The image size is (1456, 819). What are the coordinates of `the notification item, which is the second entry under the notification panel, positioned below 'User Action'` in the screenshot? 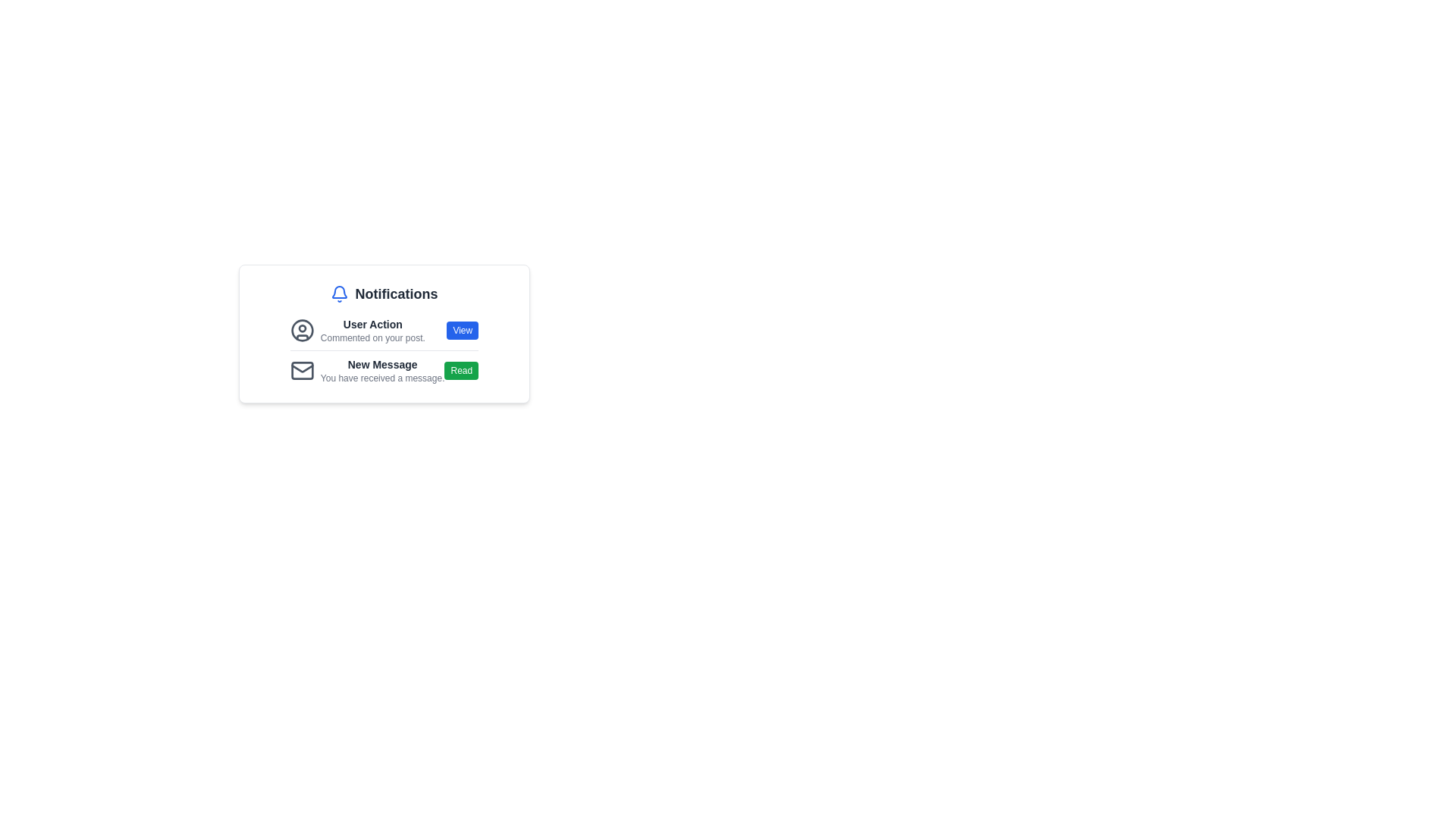 It's located at (367, 371).